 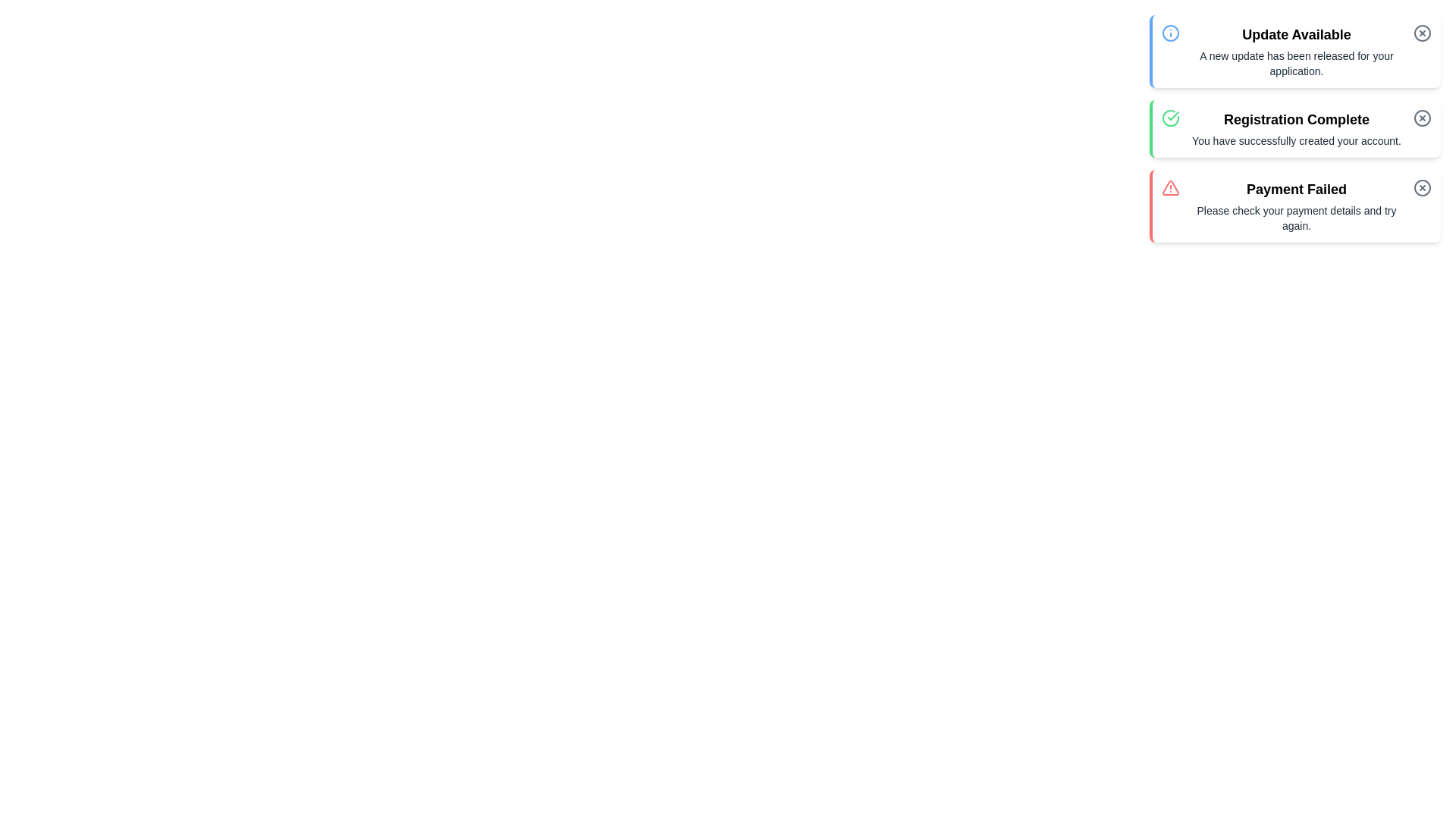 I want to click on the Notification card that indicates successful registration, which is the second item in a vertical group of notifications, so click(x=1294, y=127).